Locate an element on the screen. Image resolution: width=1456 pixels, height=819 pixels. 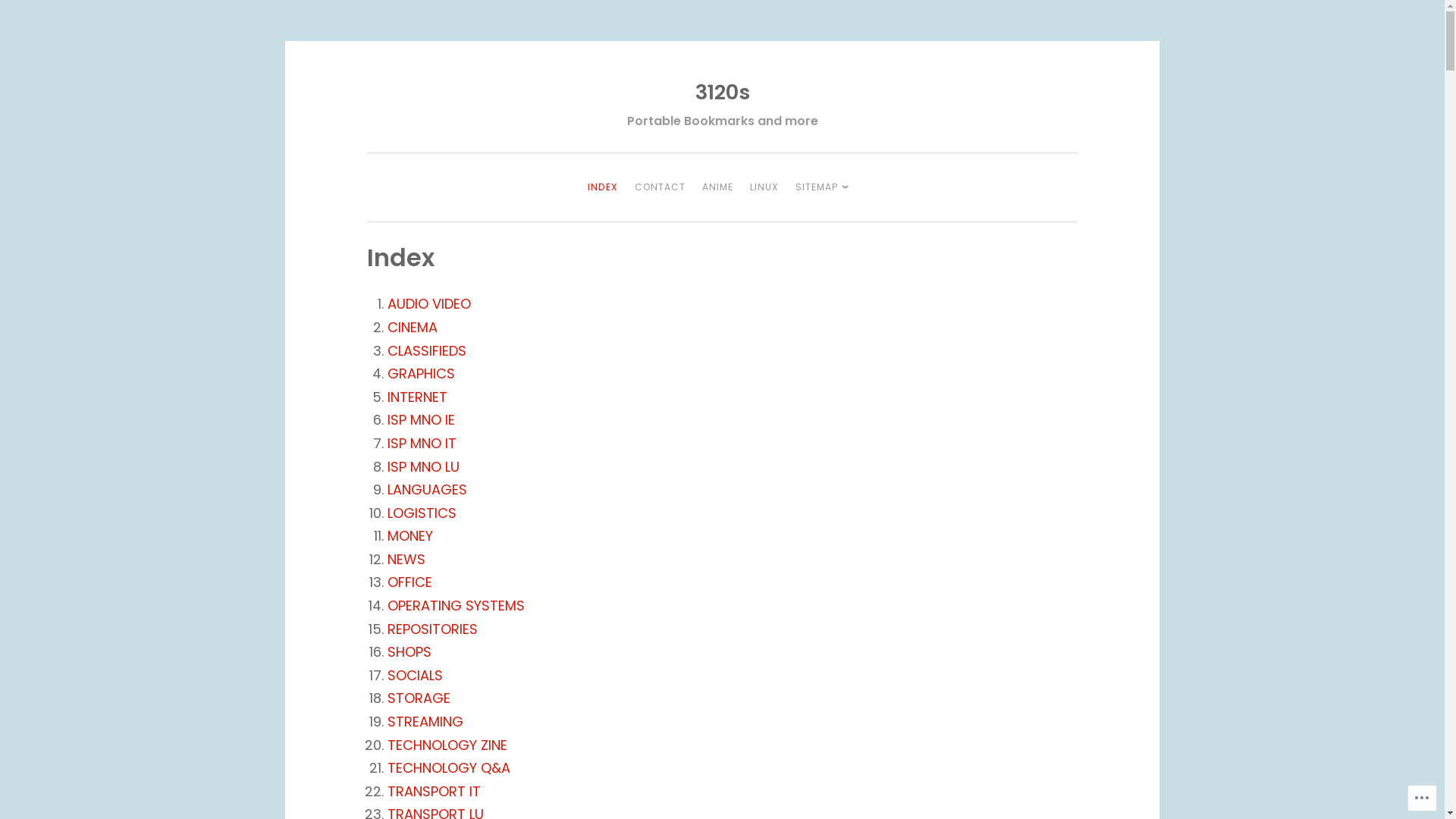
'STREAMING' is located at coordinates (425, 720).